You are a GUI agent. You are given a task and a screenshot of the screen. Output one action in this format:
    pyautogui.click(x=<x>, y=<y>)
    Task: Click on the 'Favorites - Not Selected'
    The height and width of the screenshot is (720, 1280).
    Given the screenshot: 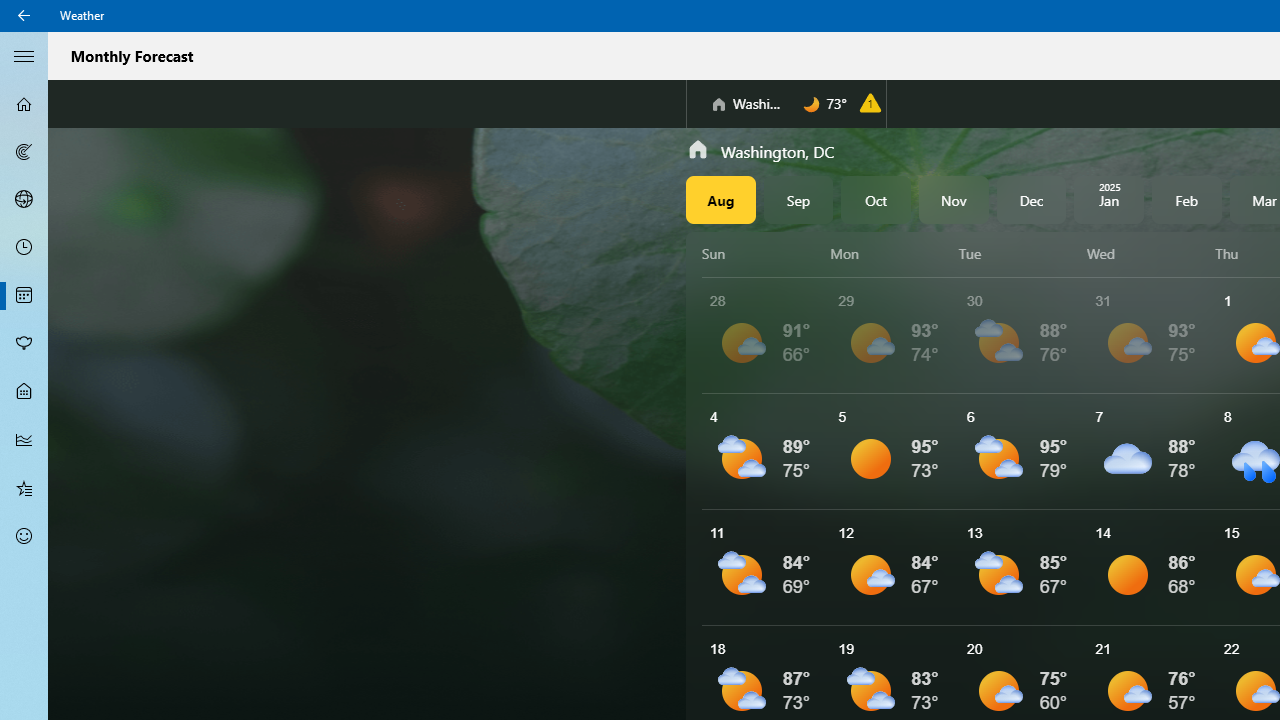 What is the action you would take?
    pyautogui.click(x=24, y=487)
    